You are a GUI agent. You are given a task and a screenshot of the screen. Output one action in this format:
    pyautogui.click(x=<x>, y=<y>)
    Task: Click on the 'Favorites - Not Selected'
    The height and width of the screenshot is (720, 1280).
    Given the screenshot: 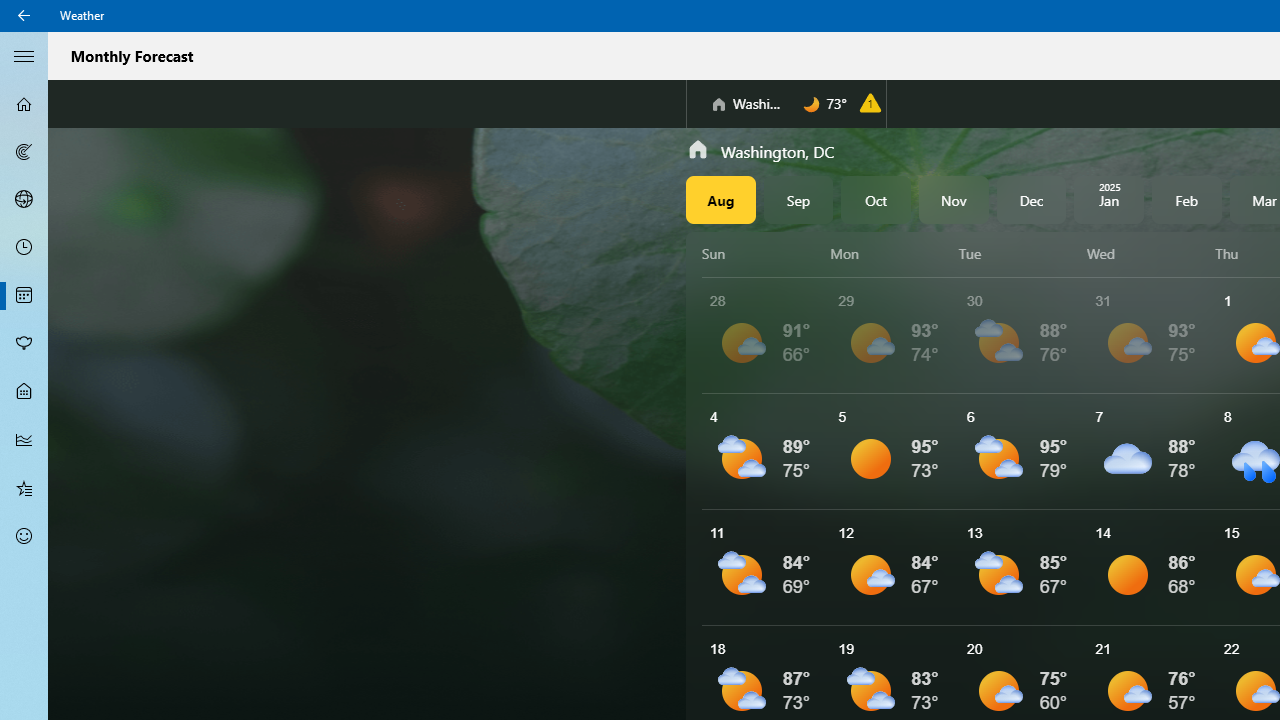 What is the action you would take?
    pyautogui.click(x=24, y=487)
    